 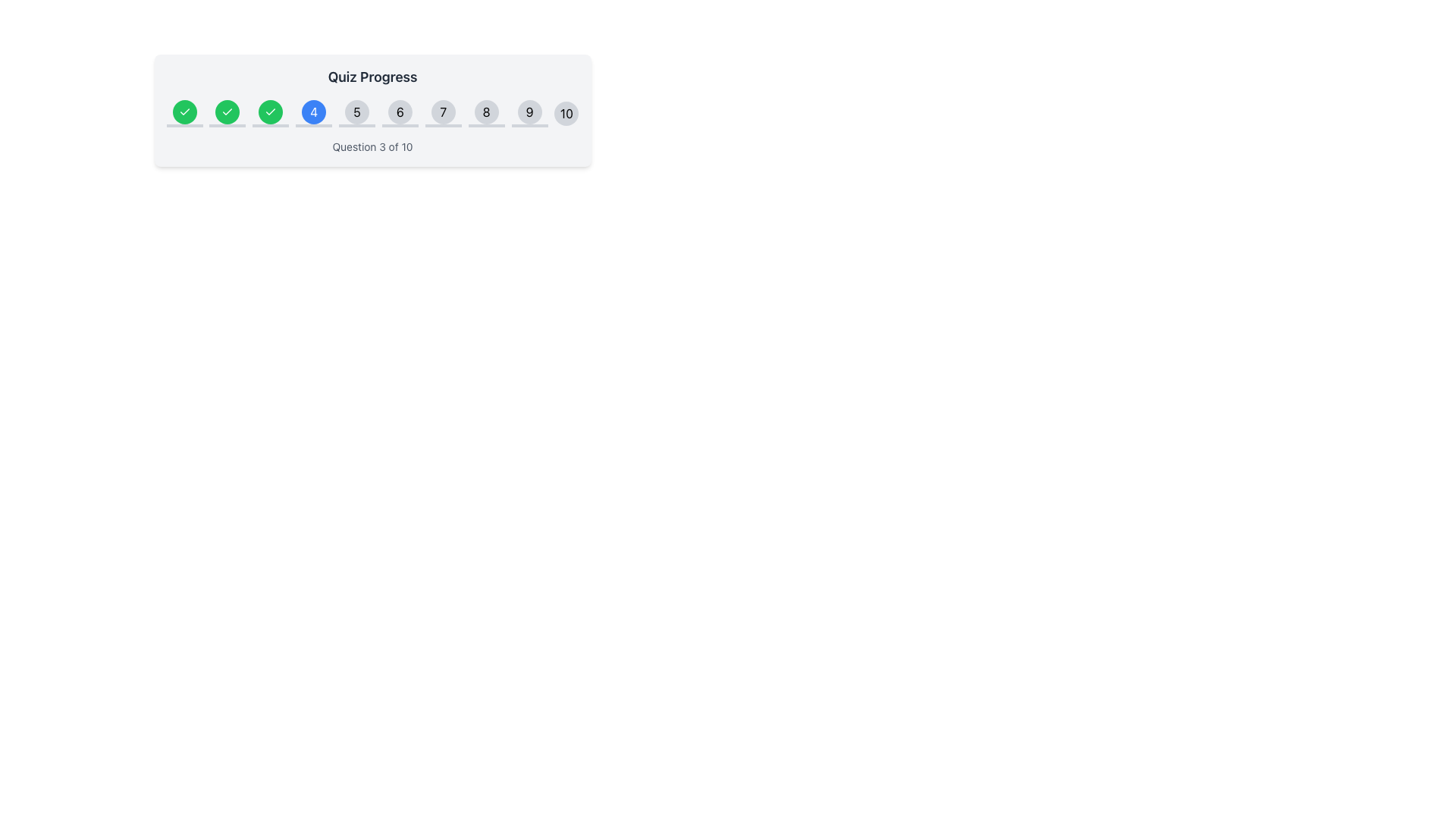 What do you see at coordinates (442, 111) in the screenshot?
I see `the circular button labeled '7', which is the seventh item in a row of buttons representing a progress bar` at bounding box center [442, 111].